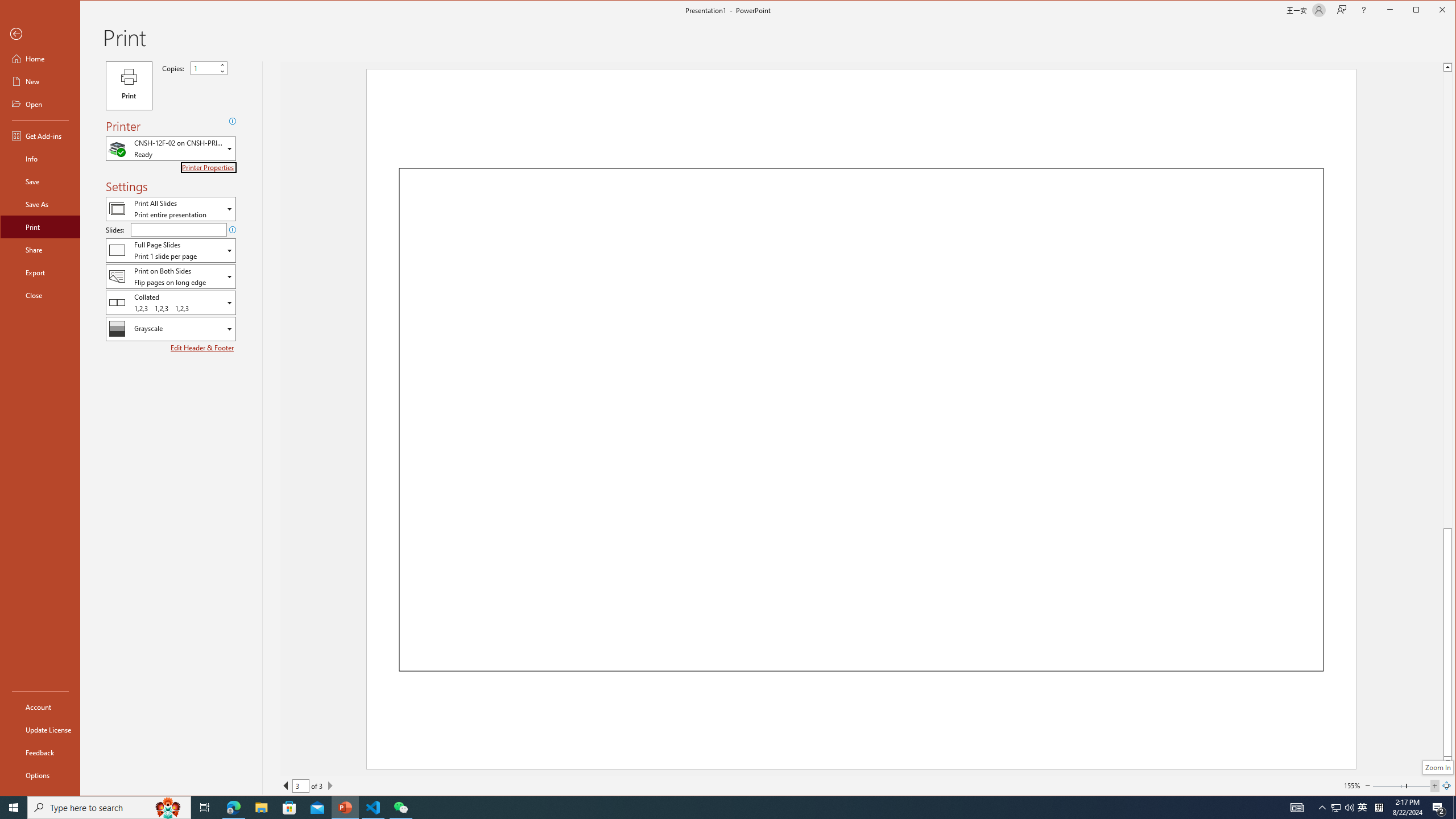 The image size is (1456, 819). Describe the element at coordinates (401, 806) in the screenshot. I see `'WeChat - 1 running window'` at that location.